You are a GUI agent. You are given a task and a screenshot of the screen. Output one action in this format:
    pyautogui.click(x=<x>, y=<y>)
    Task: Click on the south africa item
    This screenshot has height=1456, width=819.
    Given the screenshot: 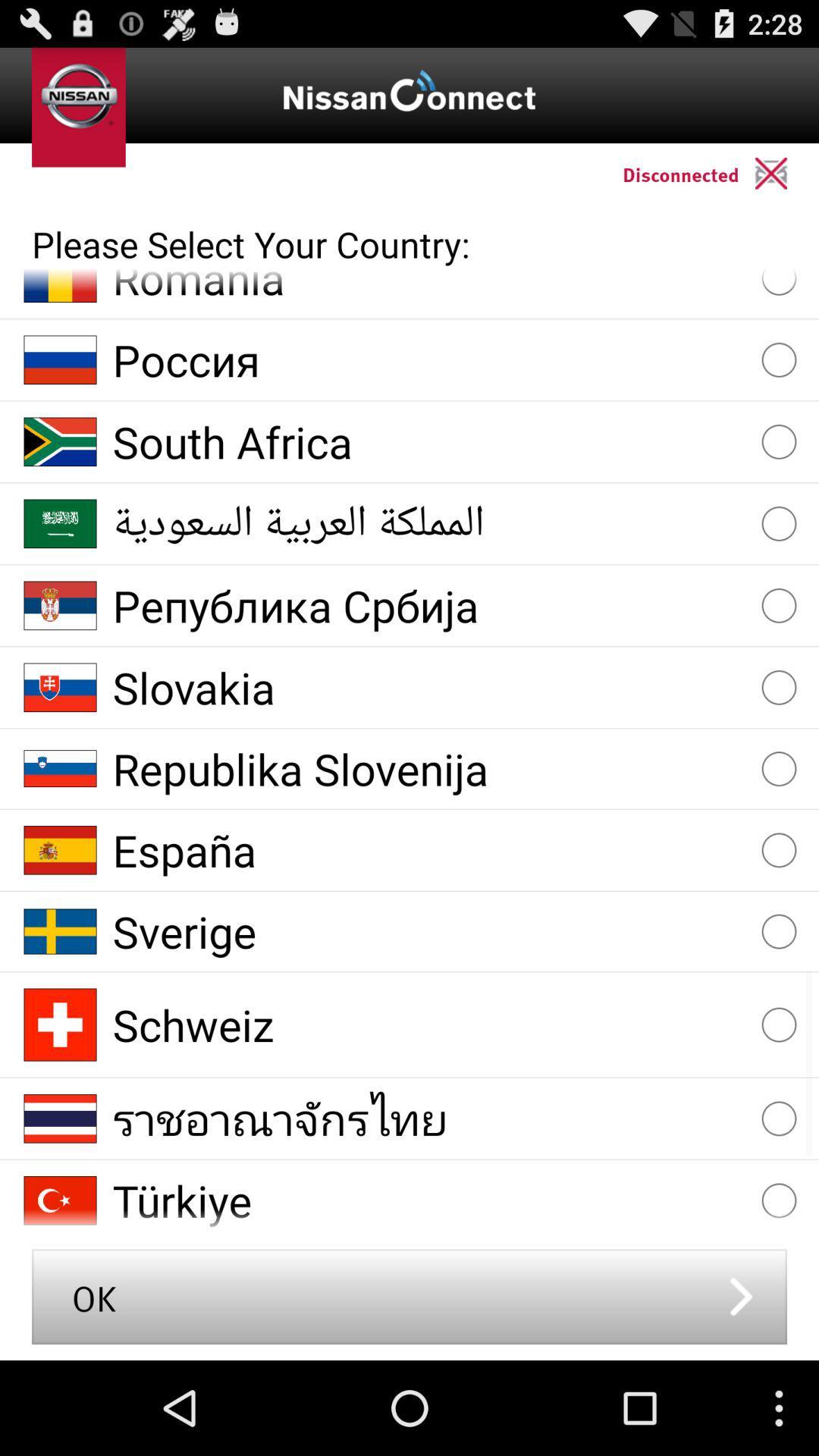 What is the action you would take?
    pyautogui.click(x=430, y=441)
    